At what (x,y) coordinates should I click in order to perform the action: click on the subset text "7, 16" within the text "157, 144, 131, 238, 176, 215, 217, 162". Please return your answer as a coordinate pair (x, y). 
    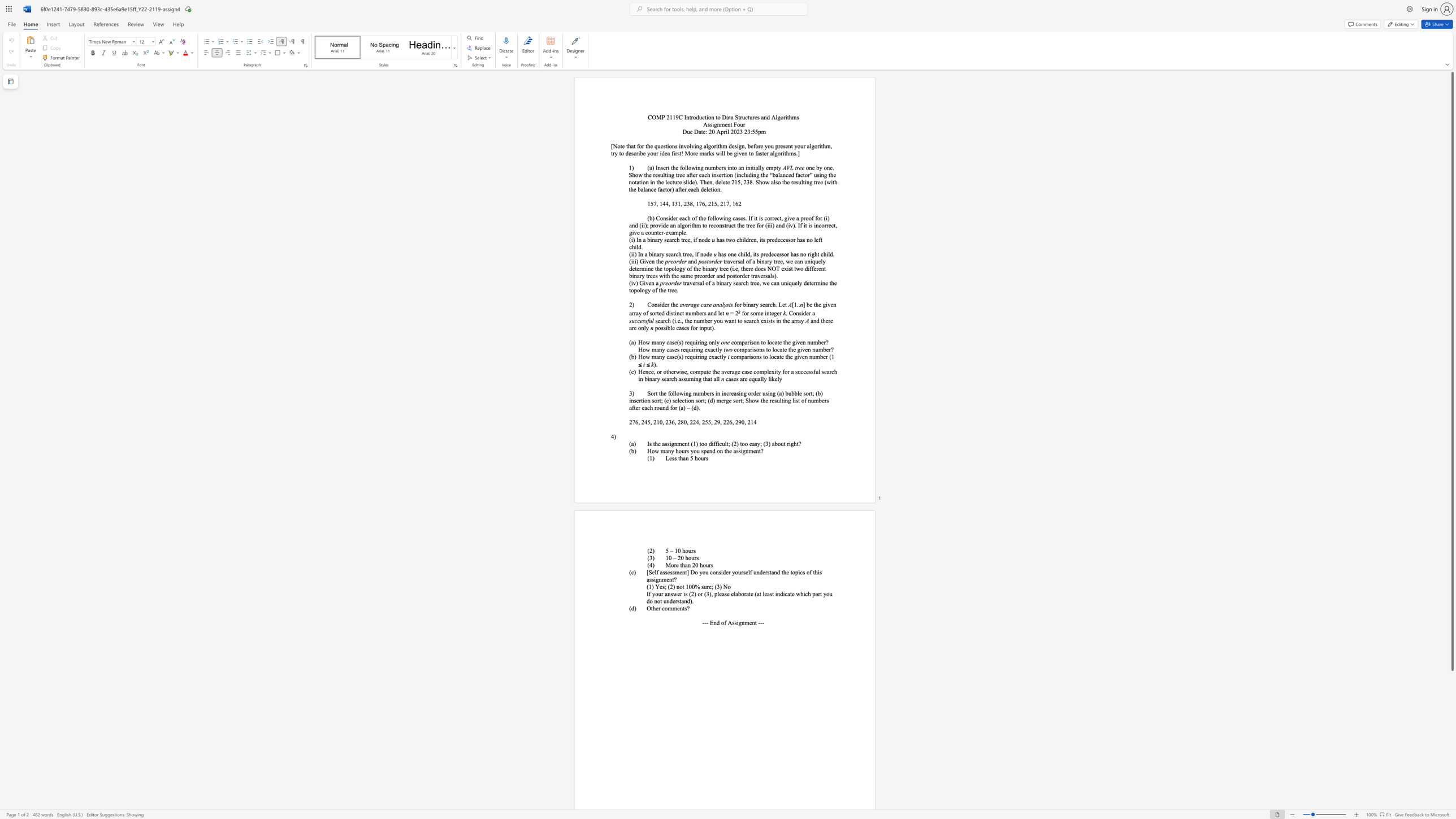
    Looking at the image, I should click on (726, 203).